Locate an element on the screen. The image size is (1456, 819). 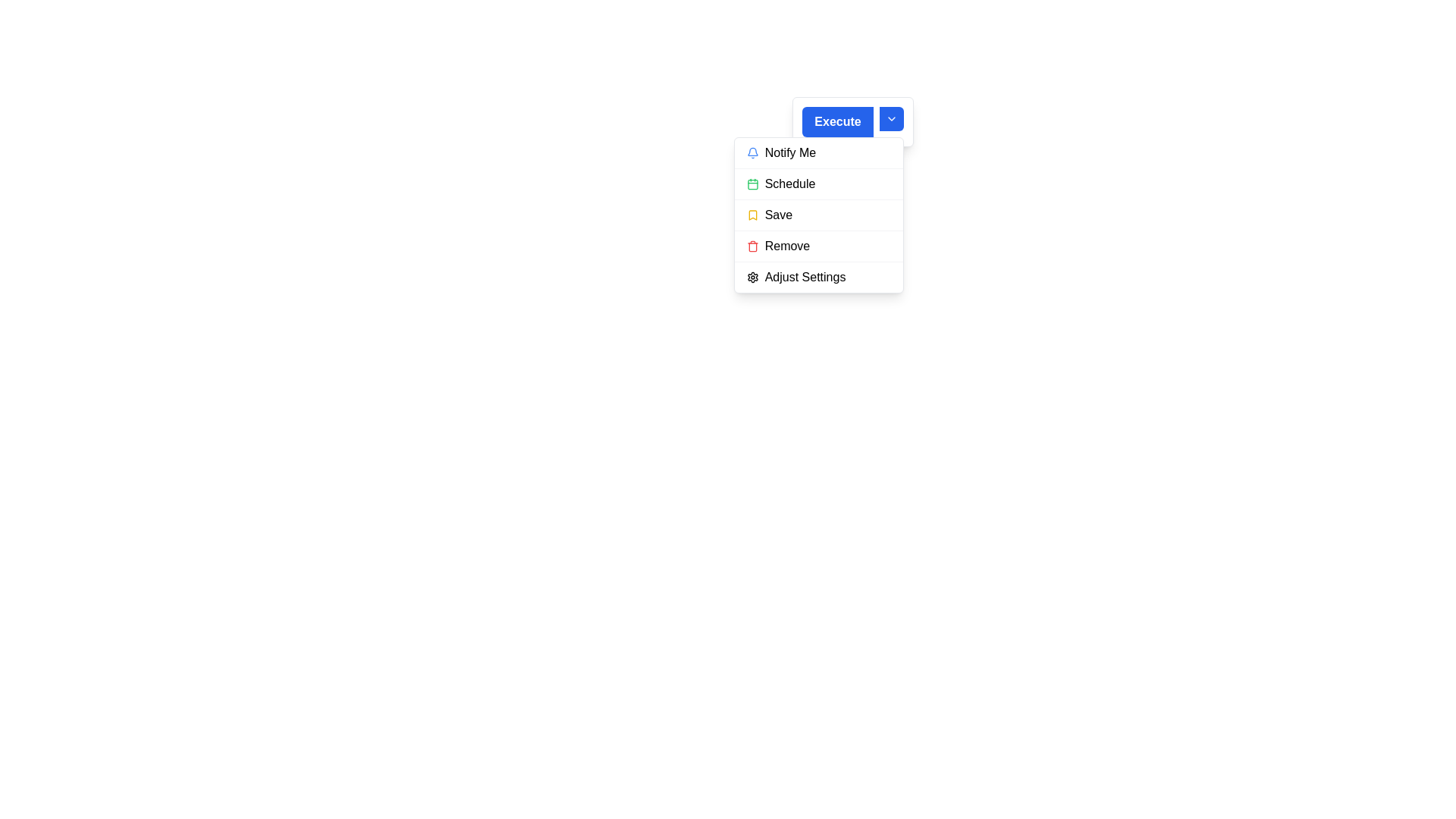
the blue notification bell icon located within the 'Notify Me' button is located at coordinates (752, 152).